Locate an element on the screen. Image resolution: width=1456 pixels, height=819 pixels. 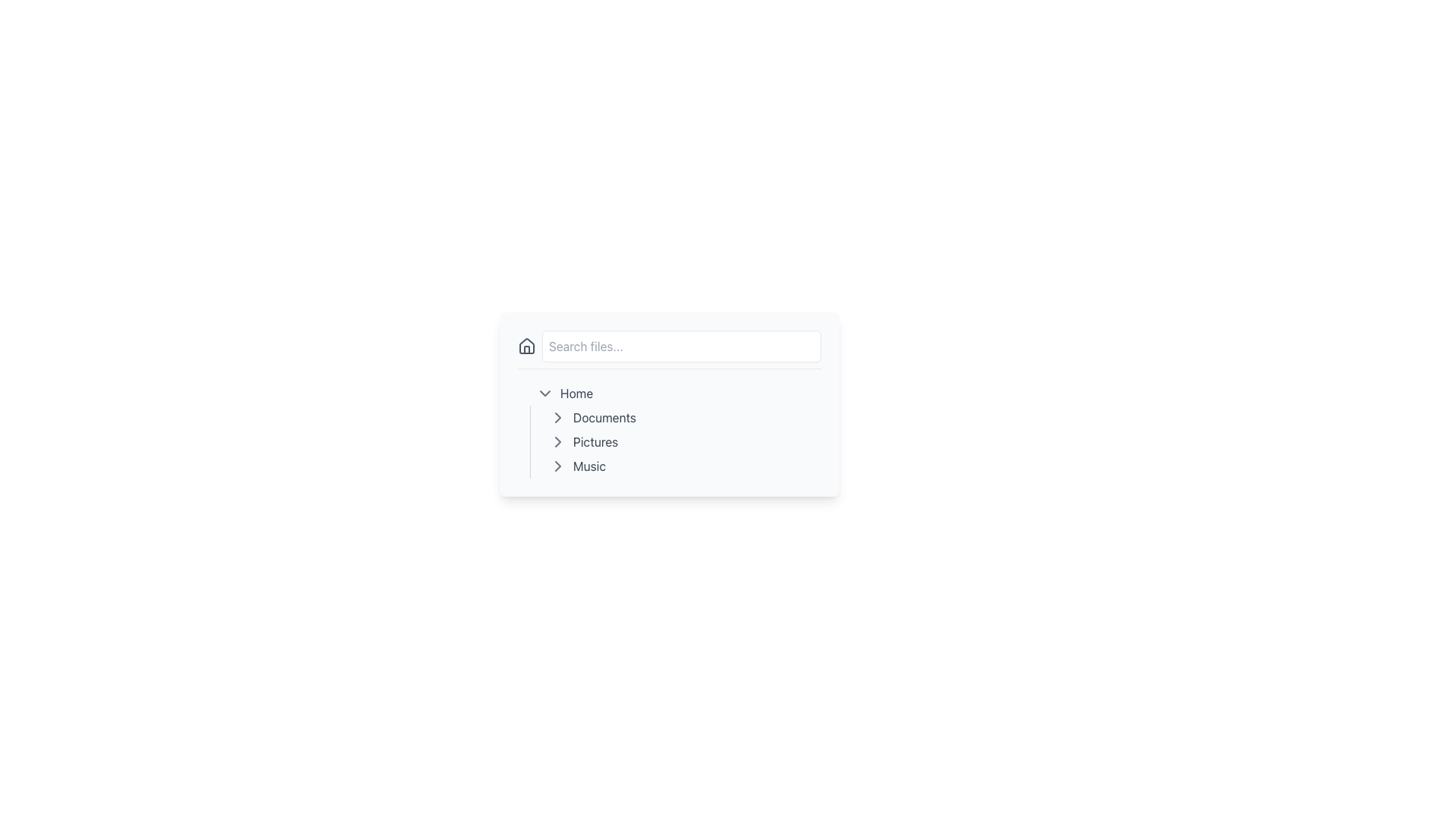
the right-pointing chevron icon next to the 'Music' label in the file navigation menu is located at coordinates (557, 465).